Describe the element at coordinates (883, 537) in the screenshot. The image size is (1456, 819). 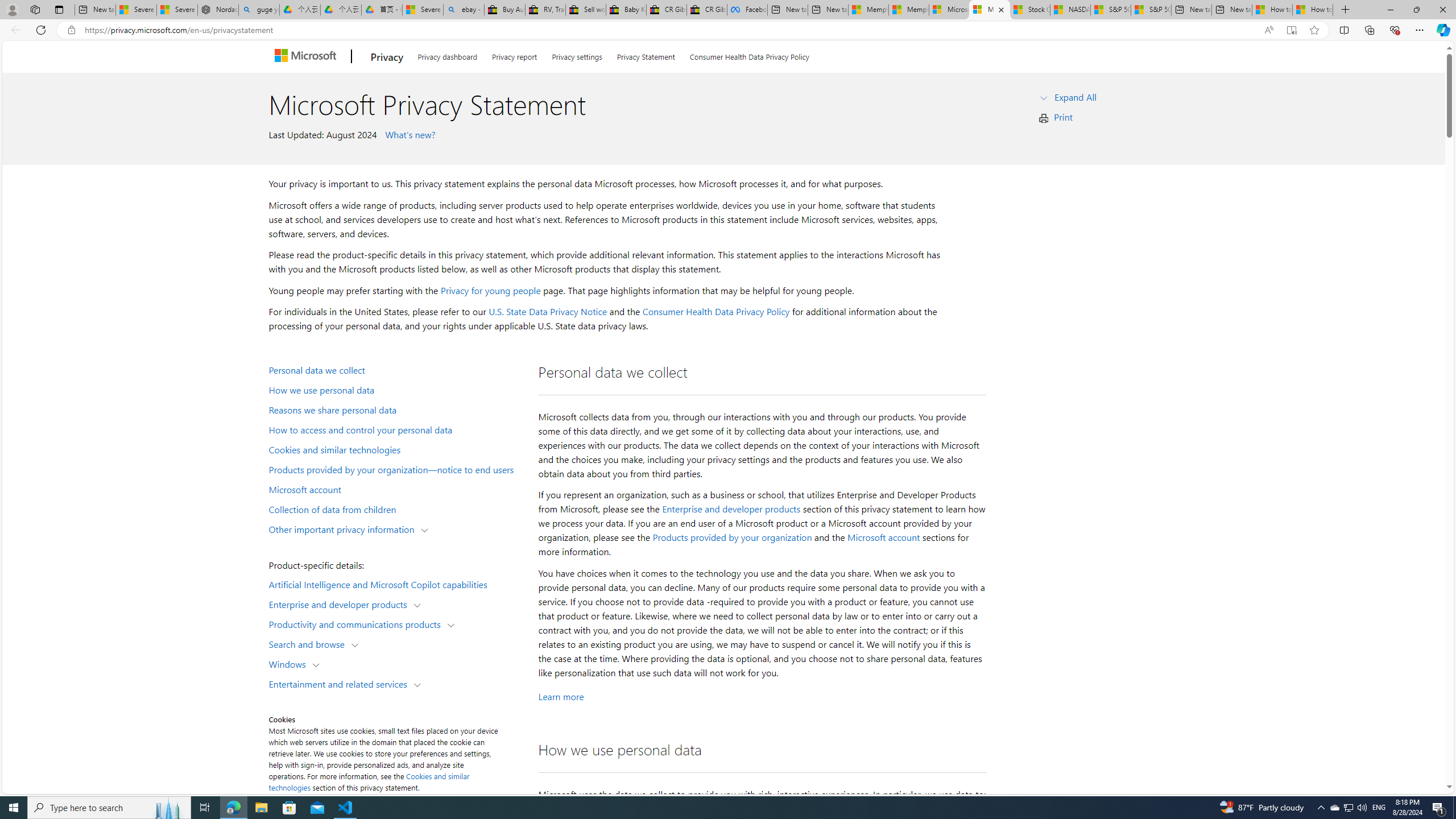
I see `'Microsoft account'` at that location.